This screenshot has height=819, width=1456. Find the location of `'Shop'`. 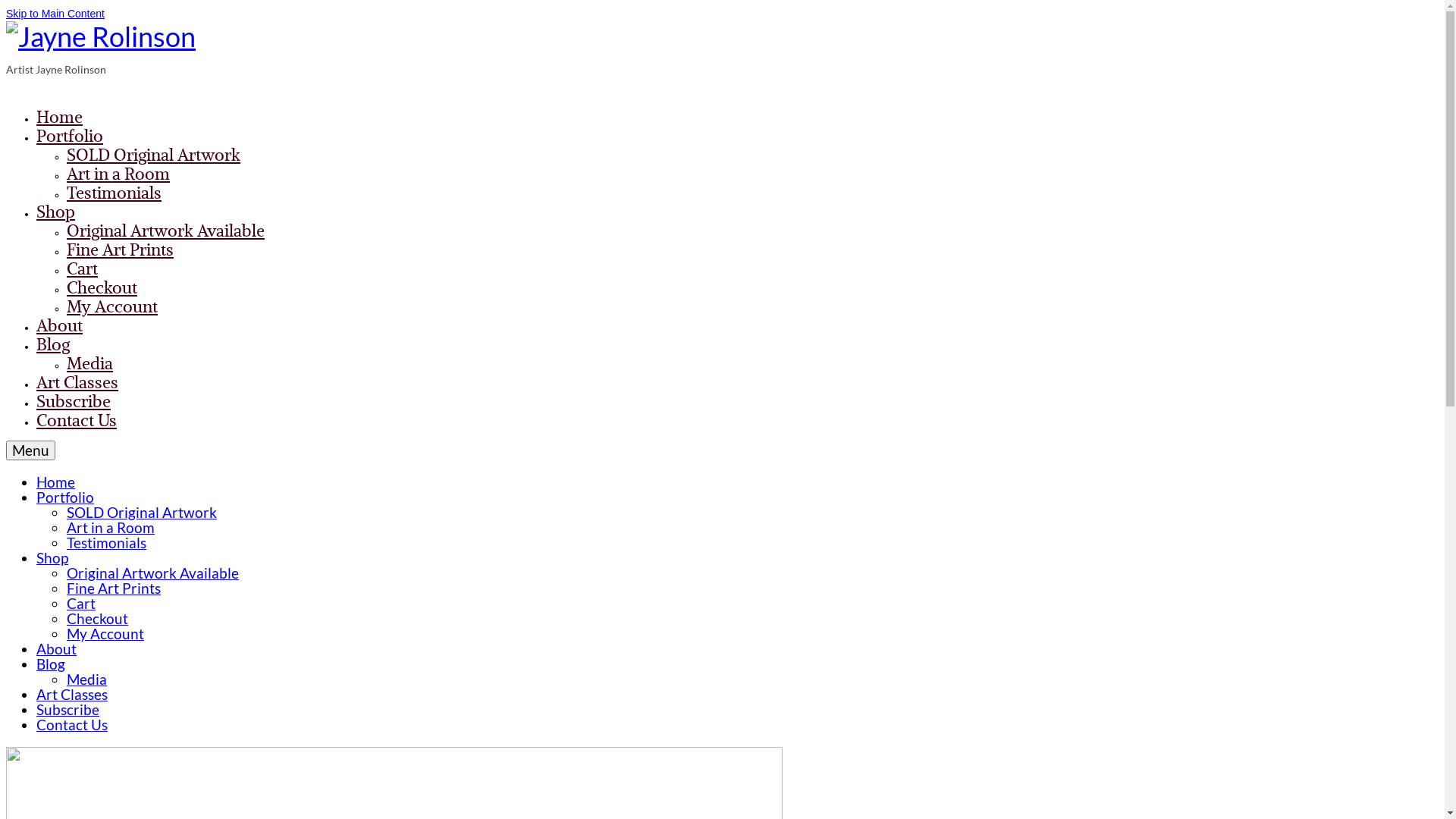

'Shop' is located at coordinates (55, 211).